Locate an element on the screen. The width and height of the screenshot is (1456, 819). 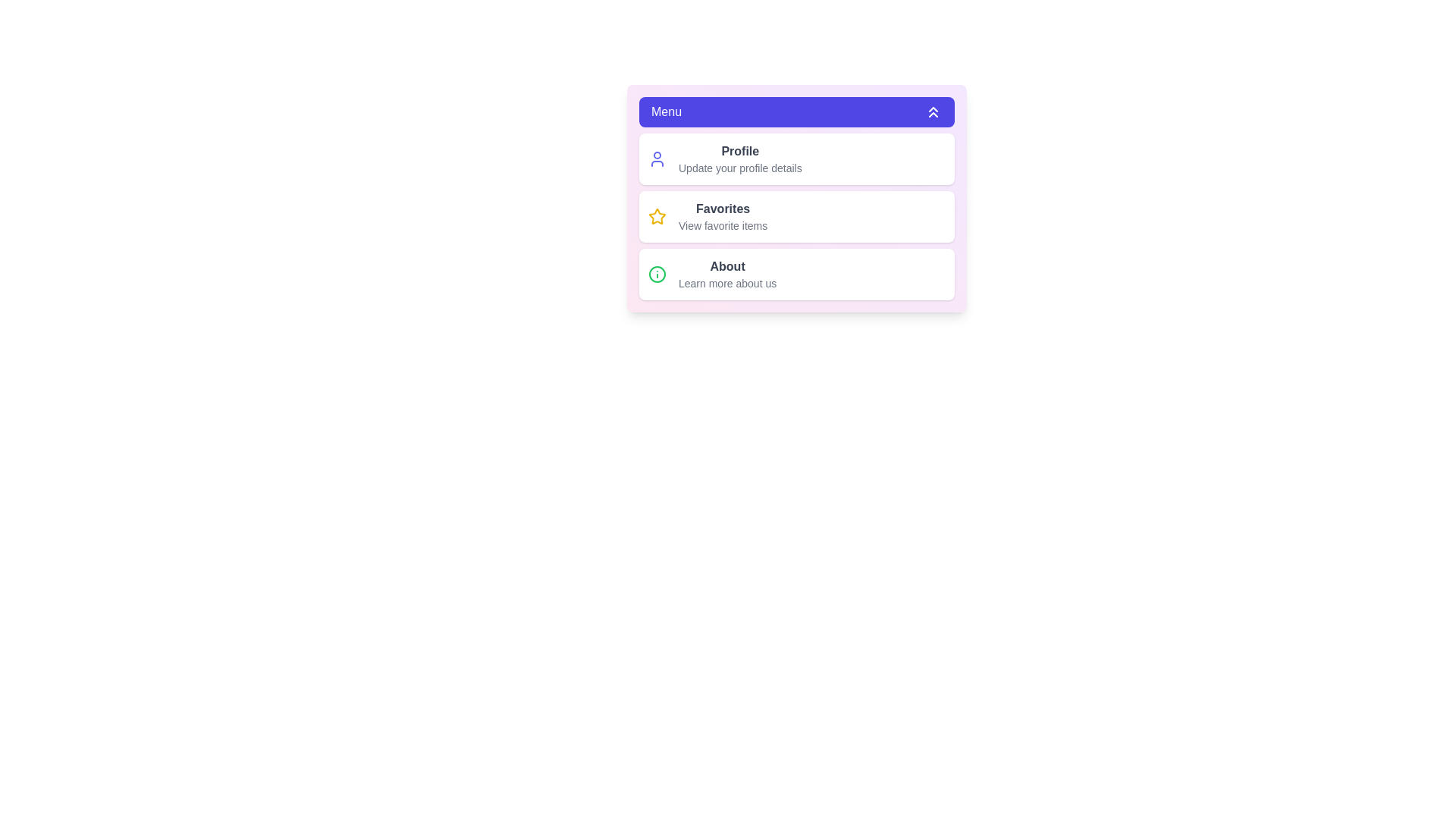
the menu item Favorites is located at coordinates (796, 216).